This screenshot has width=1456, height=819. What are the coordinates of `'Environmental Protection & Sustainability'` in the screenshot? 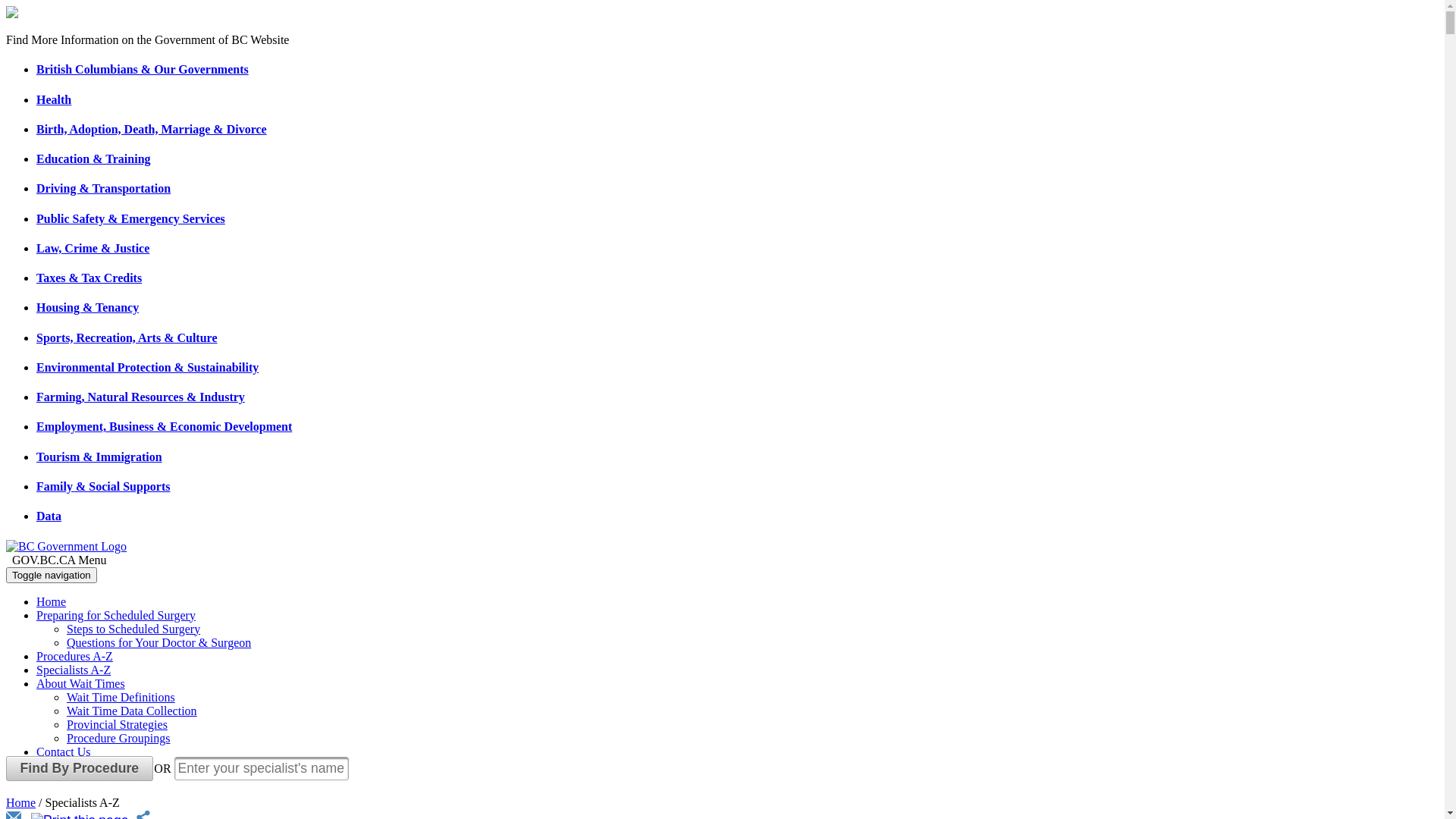 It's located at (147, 367).